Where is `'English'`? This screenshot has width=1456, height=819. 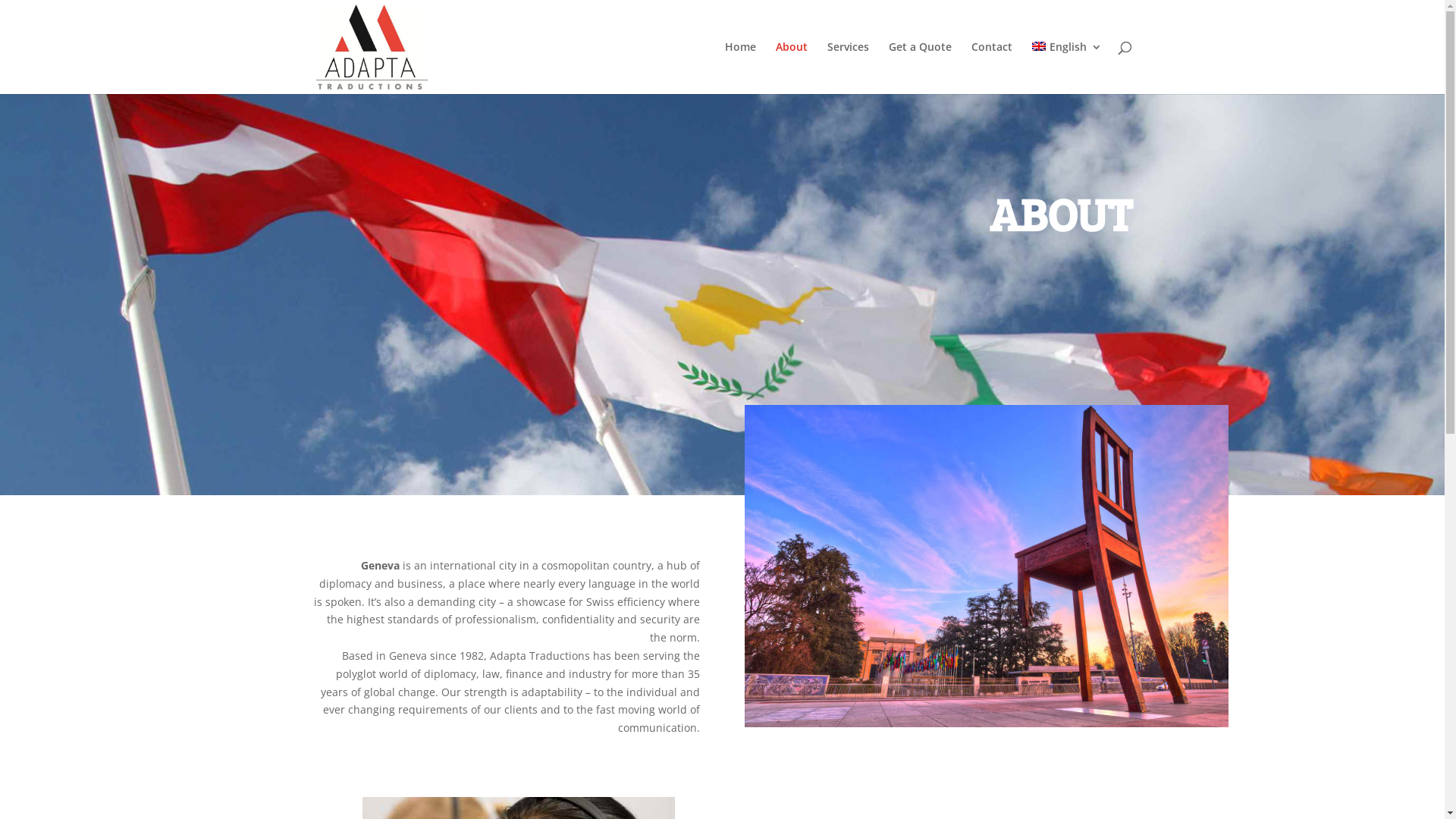 'English' is located at coordinates (1065, 67).